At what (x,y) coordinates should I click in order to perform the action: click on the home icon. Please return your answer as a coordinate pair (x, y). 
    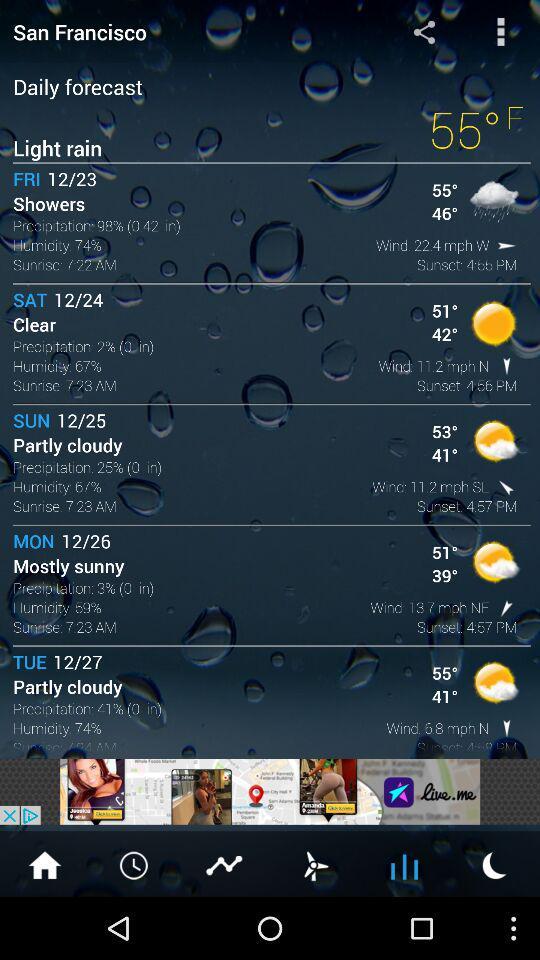
    Looking at the image, I should click on (44, 925).